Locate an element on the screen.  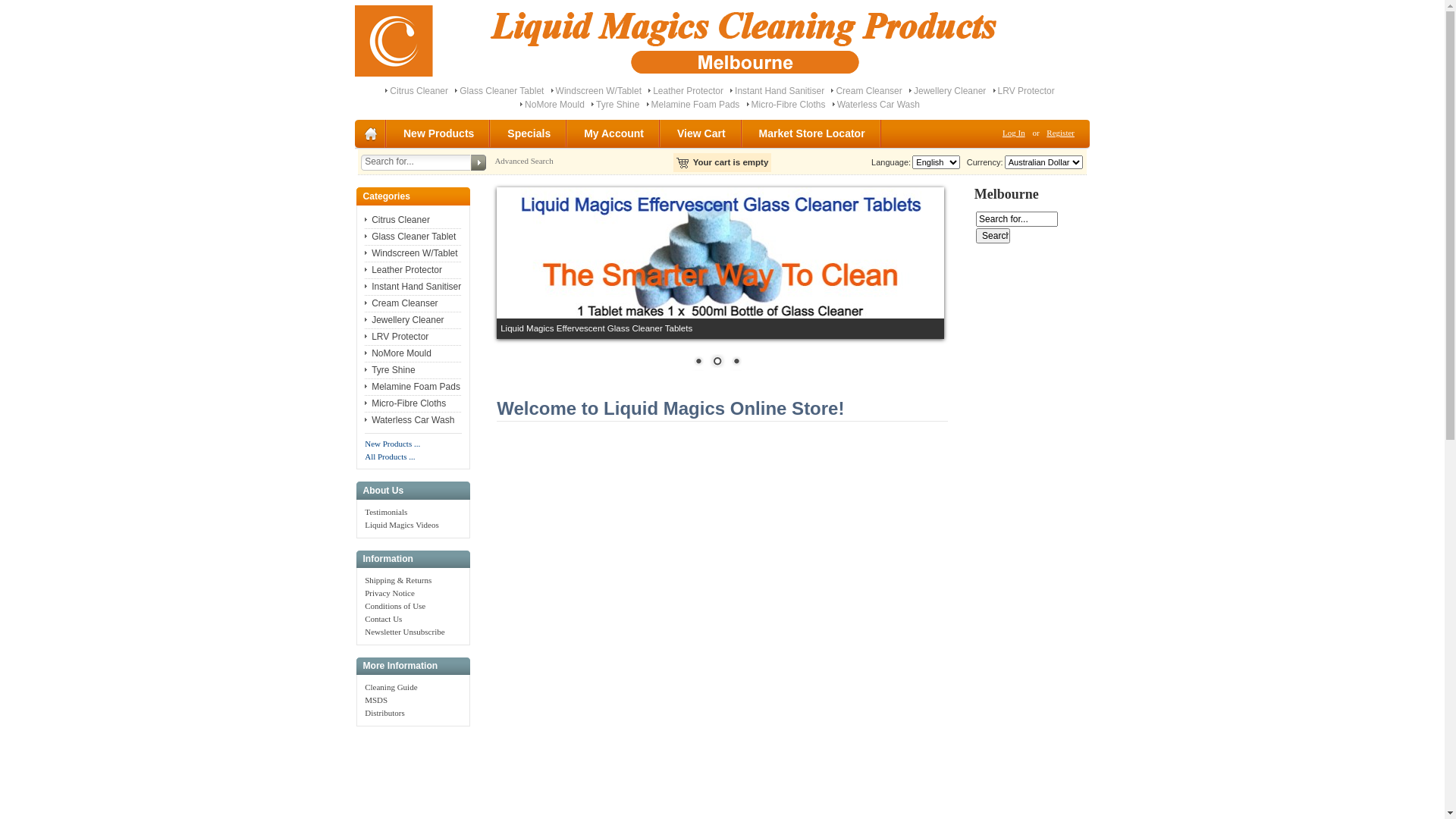
'Leather Protector' is located at coordinates (648, 90).